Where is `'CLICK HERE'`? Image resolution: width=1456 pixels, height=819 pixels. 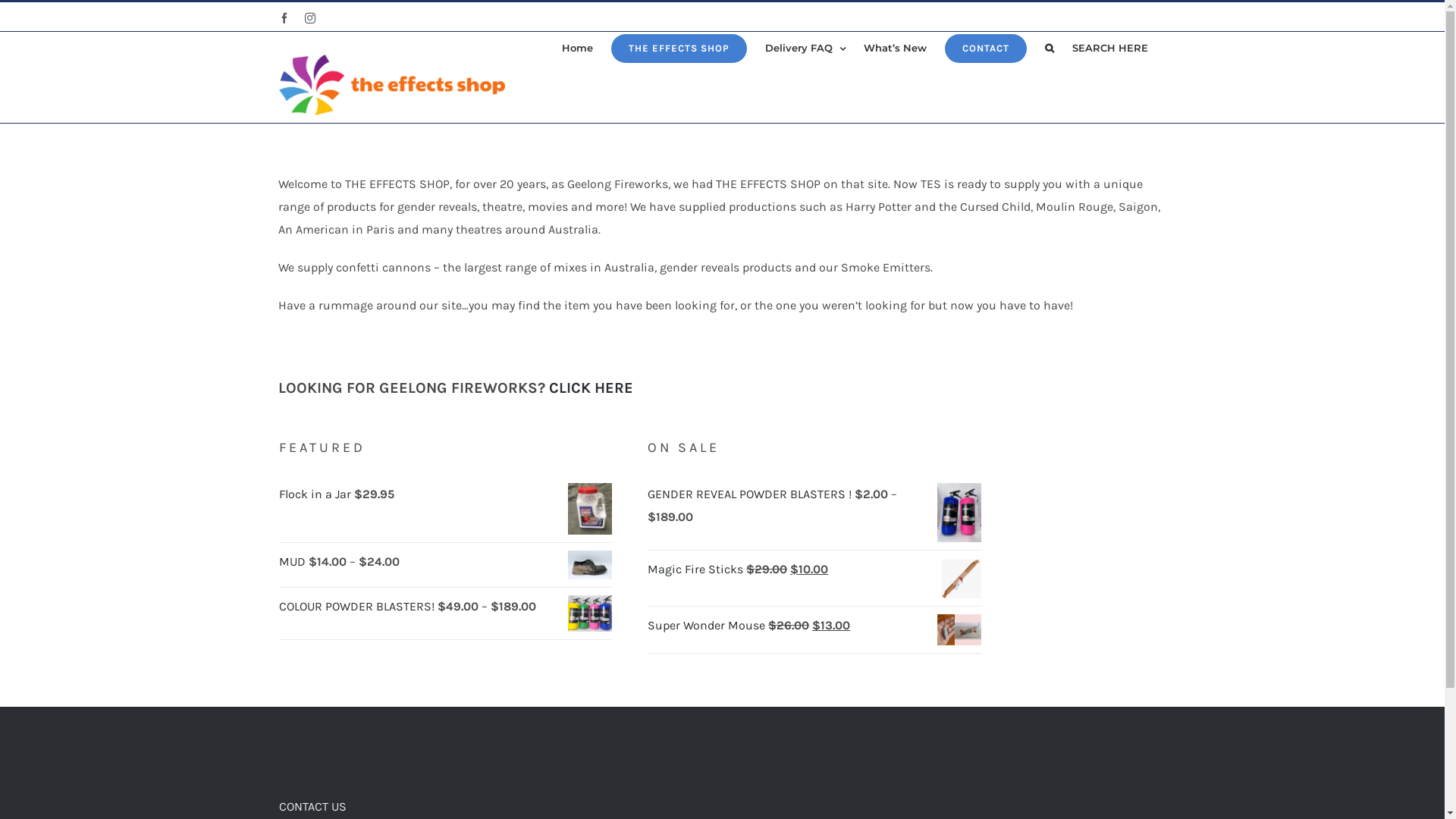
'CLICK HERE' is located at coordinates (590, 387).